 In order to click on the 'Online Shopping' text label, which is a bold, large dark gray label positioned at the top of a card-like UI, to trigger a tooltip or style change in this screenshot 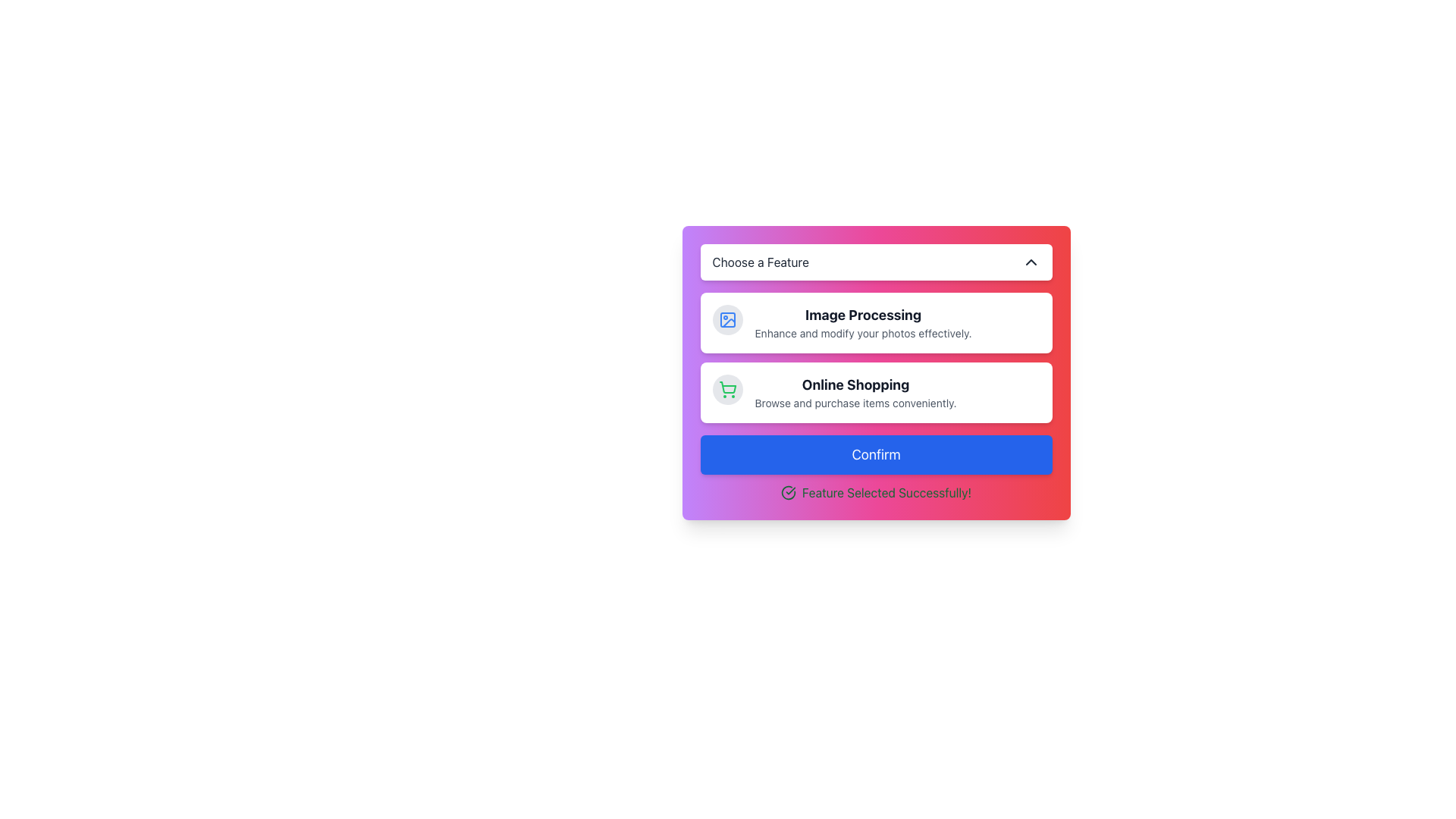, I will do `click(855, 384)`.